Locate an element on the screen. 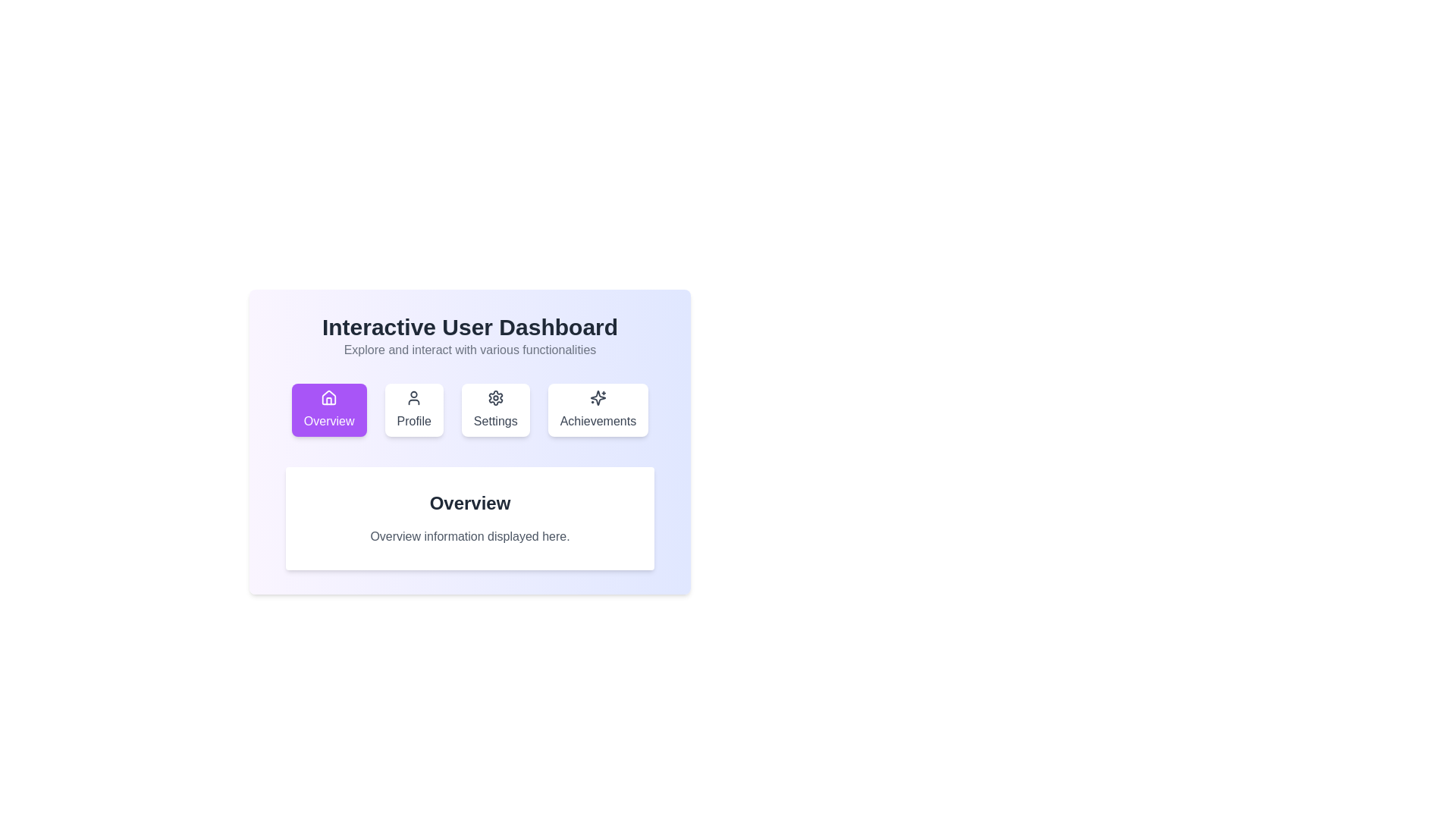  the 'Settings' section of the Navigation bar to change its appearance is located at coordinates (469, 409).